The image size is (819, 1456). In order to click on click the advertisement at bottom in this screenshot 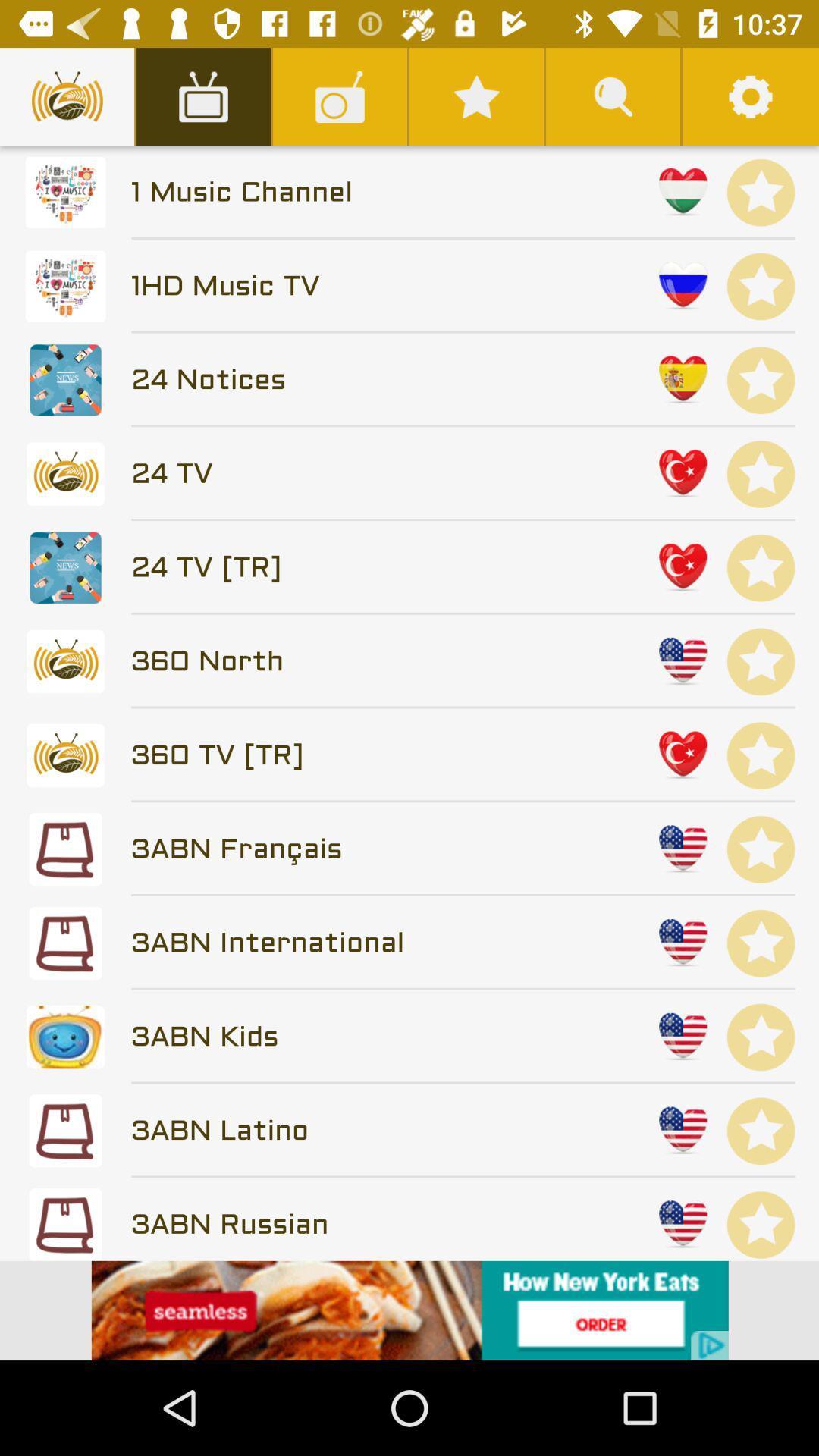, I will do `click(409, 1310)`.